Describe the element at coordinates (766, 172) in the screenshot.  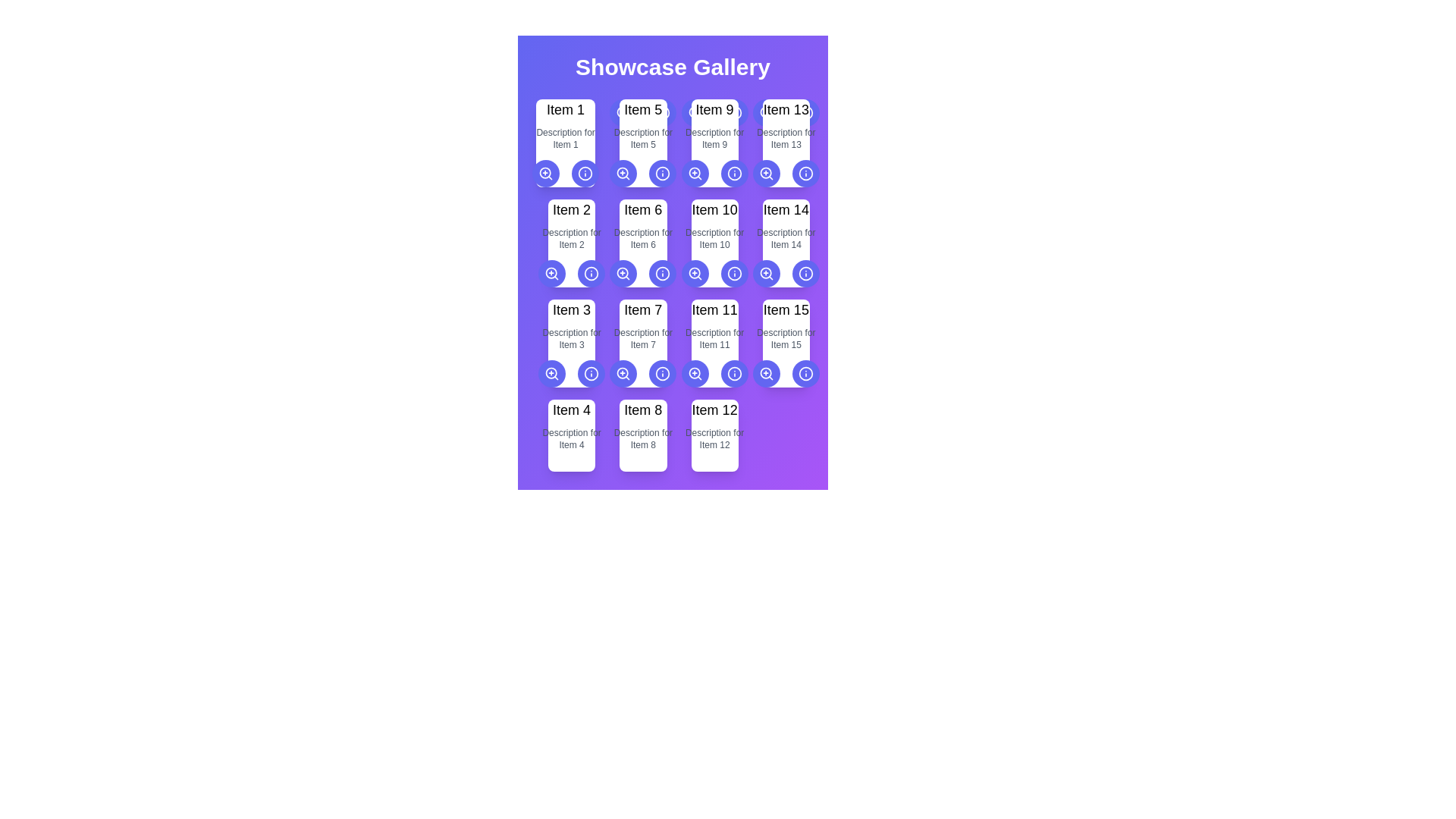
I see `the zoom-in button located in the fourth row and fourth column of the 'Item 13' card` at that location.